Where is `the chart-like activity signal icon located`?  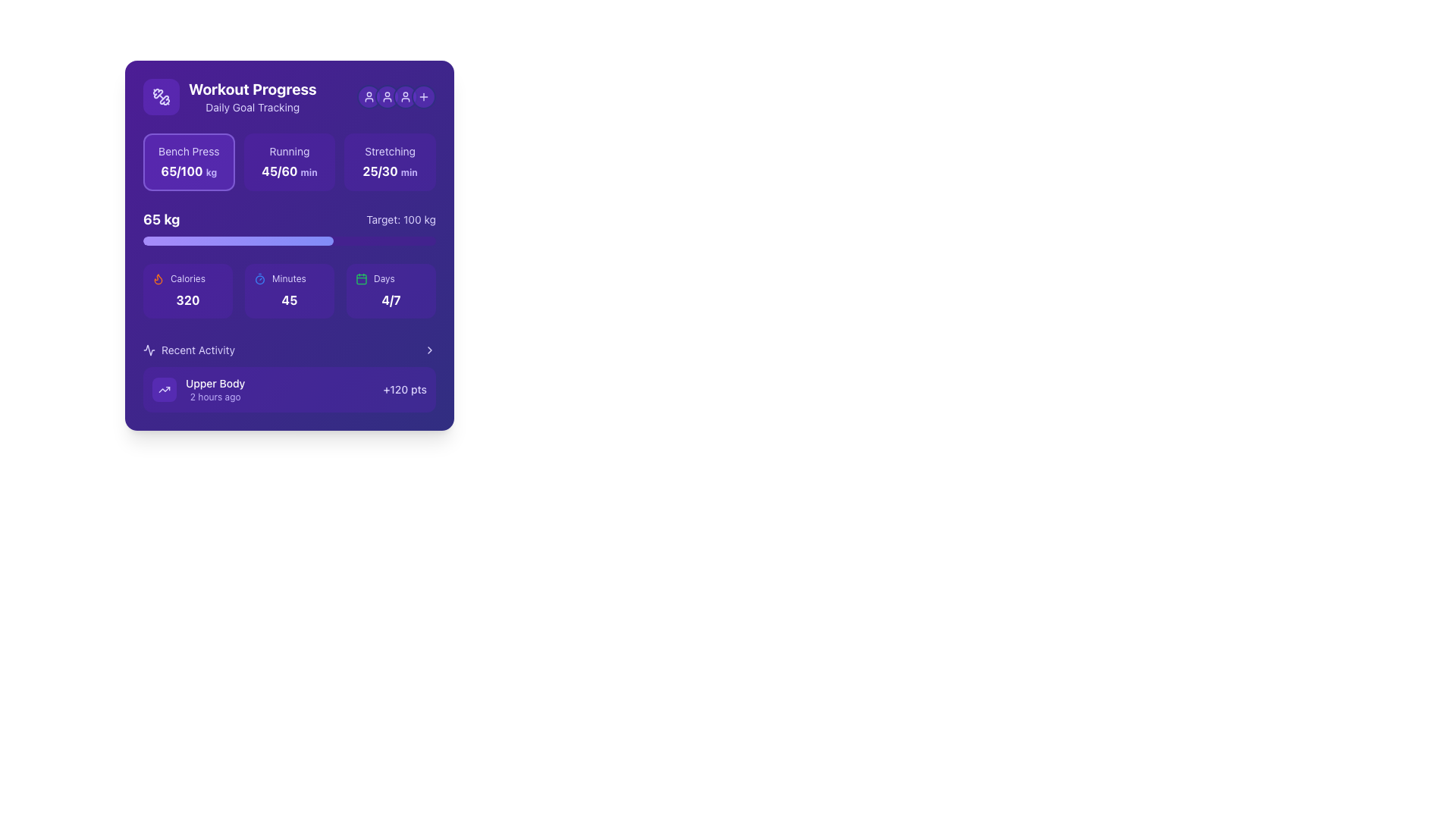 the chart-like activity signal icon located is located at coordinates (149, 350).